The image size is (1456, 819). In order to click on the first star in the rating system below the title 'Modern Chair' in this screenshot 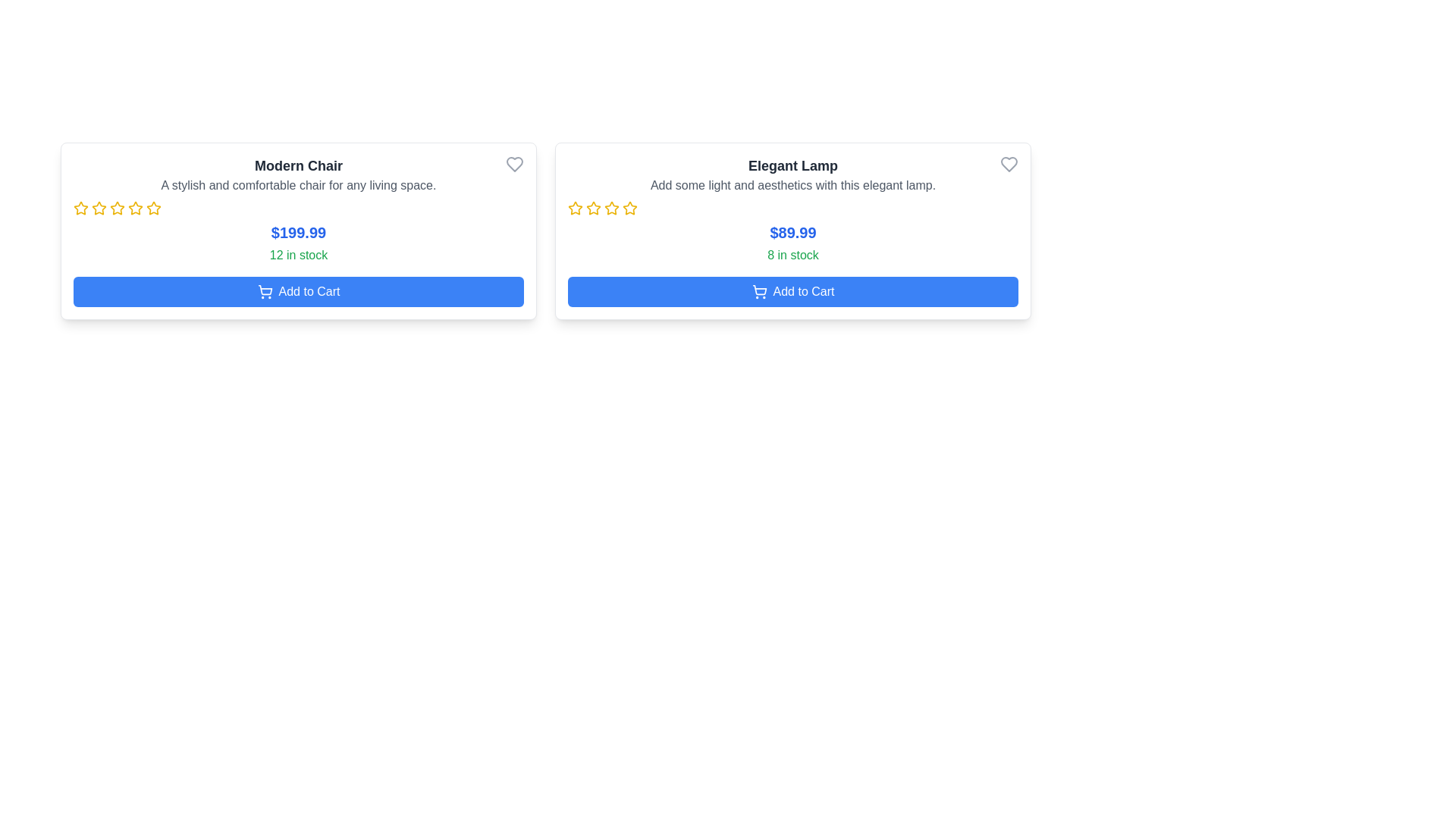, I will do `click(80, 208)`.